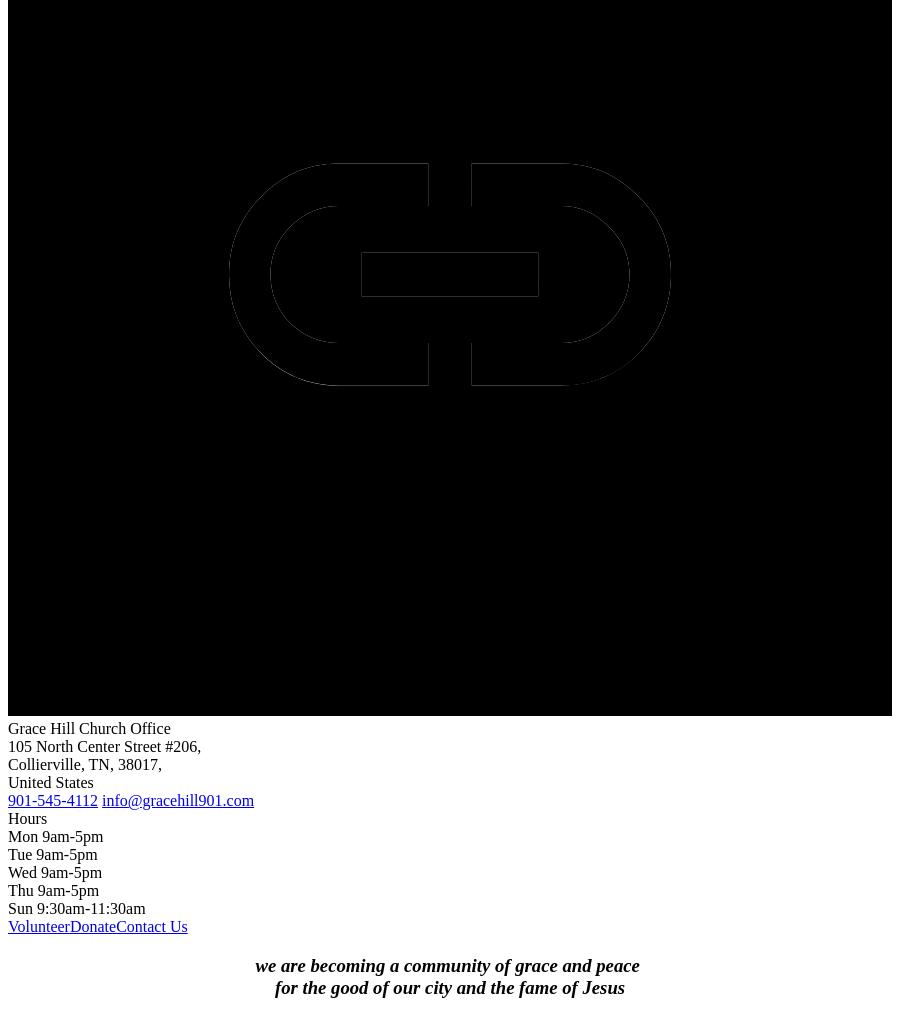  Describe the element at coordinates (88, 727) in the screenshot. I see `'Grace Hill Church Office'` at that location.